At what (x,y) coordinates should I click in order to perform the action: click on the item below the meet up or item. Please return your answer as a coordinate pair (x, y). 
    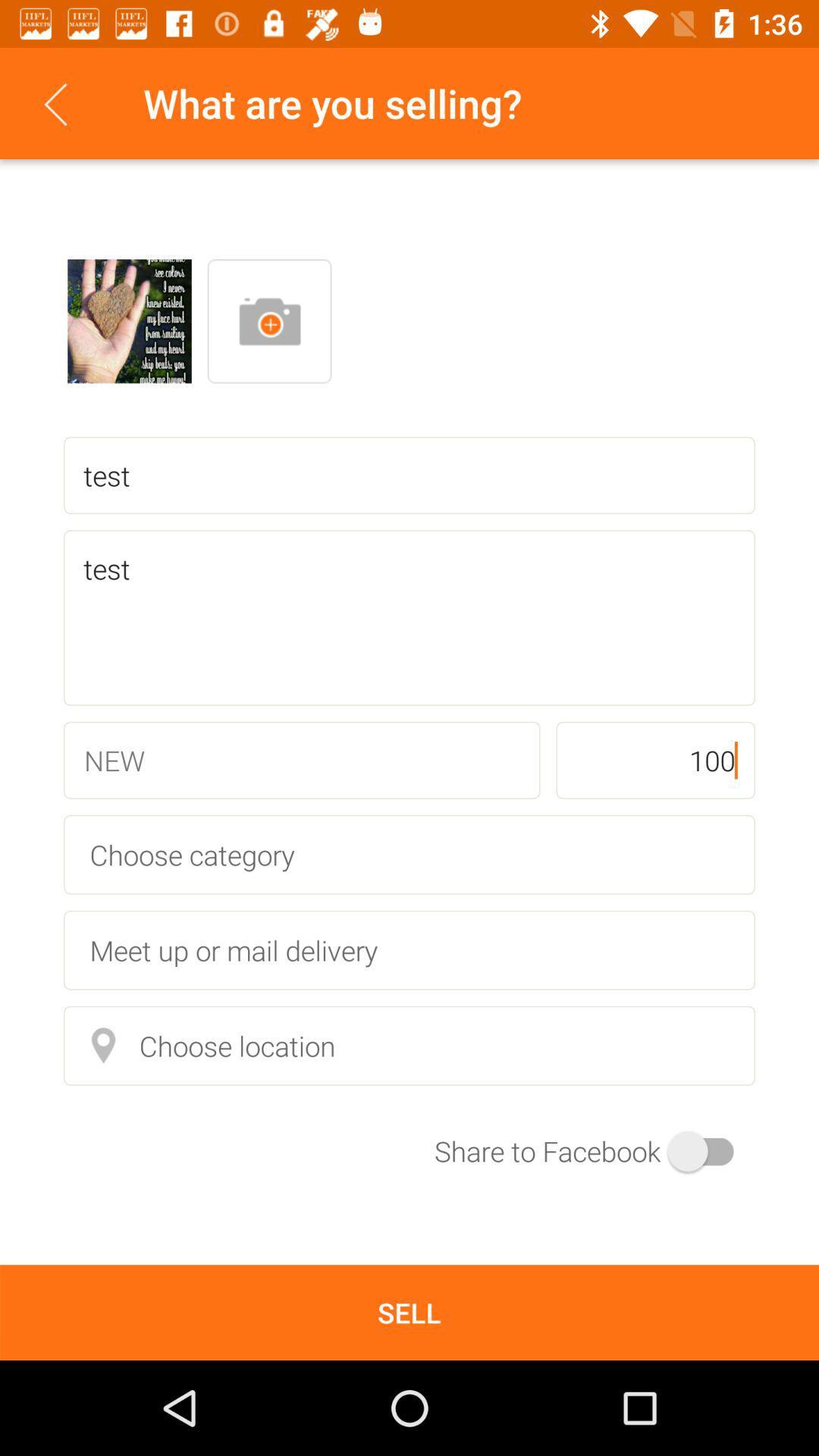
    Looking at the image, I should click on (409, 1045).